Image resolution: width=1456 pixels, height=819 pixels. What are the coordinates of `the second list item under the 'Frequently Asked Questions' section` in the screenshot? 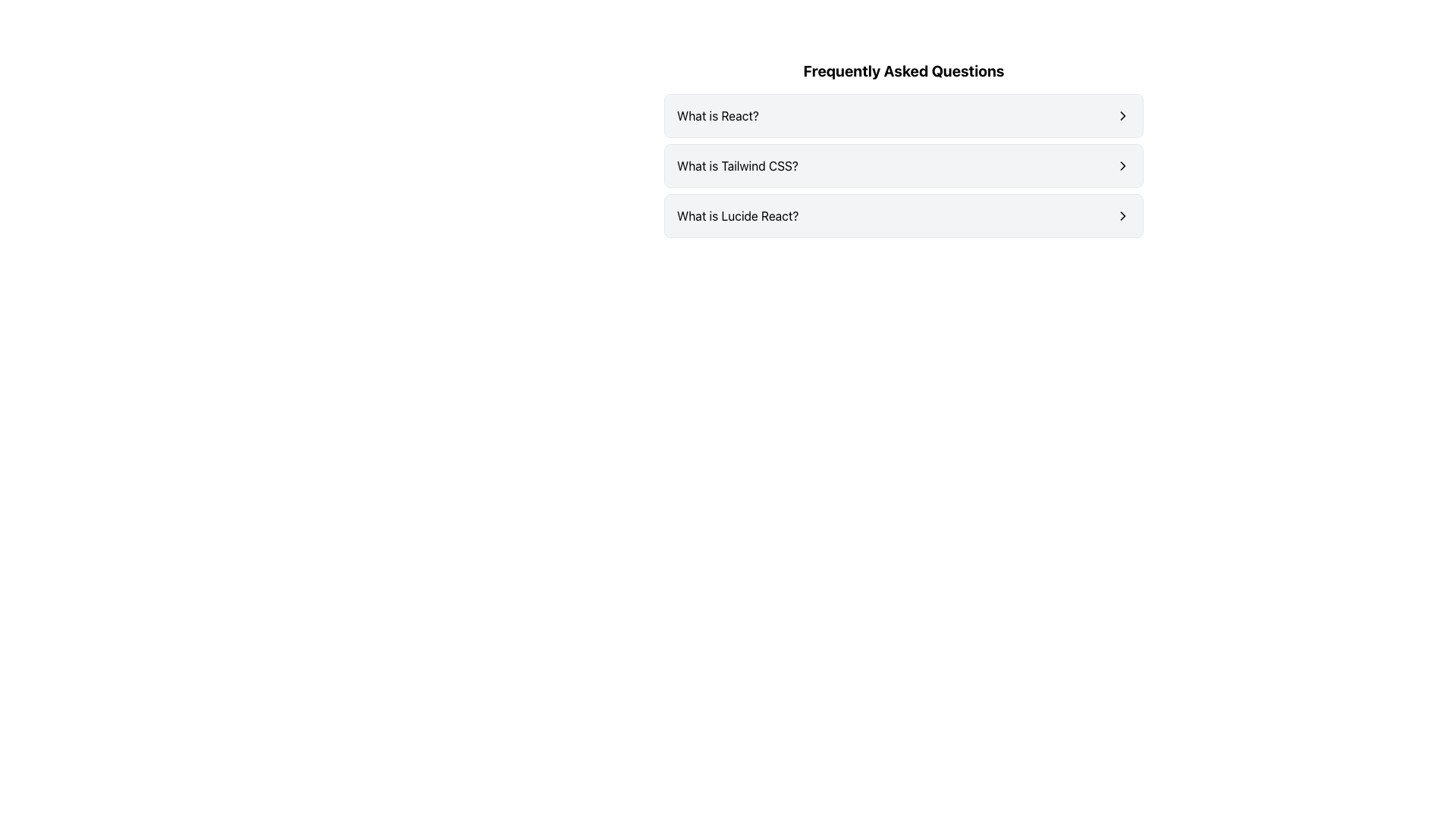 It's located at (903, 166).